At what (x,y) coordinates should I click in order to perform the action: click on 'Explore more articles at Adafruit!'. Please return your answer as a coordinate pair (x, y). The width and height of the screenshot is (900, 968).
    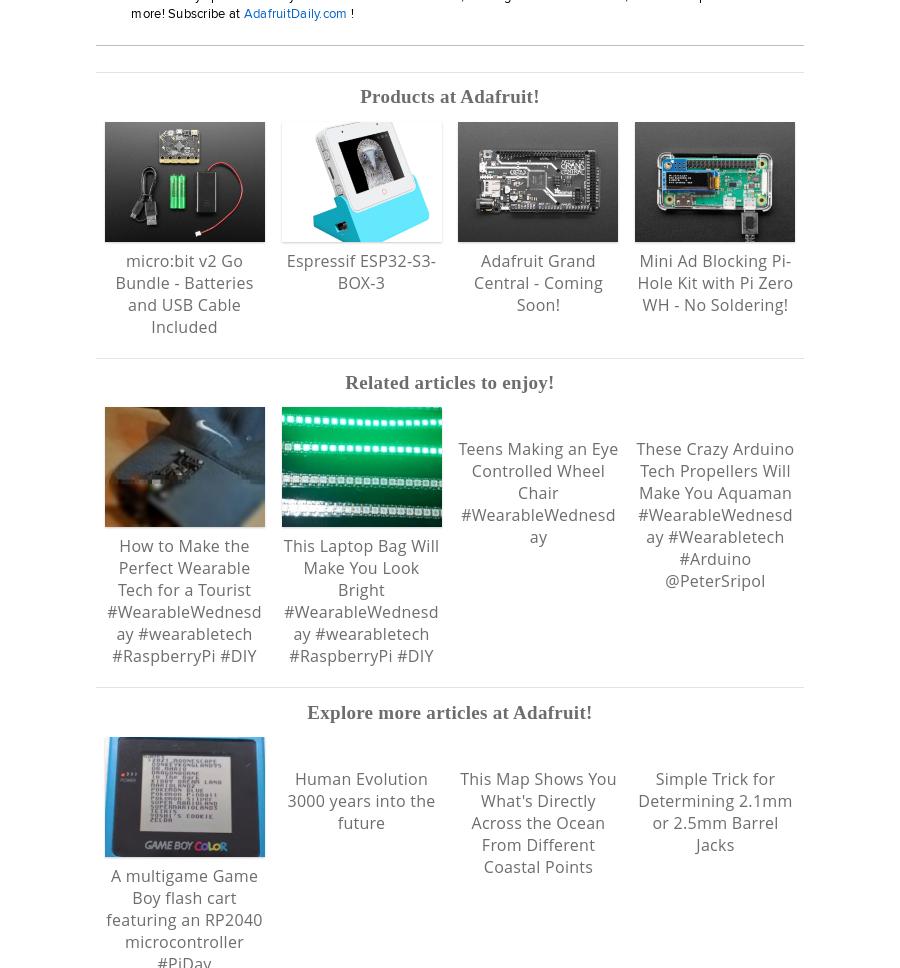
    Looking at the image, I should click on (449, 733).